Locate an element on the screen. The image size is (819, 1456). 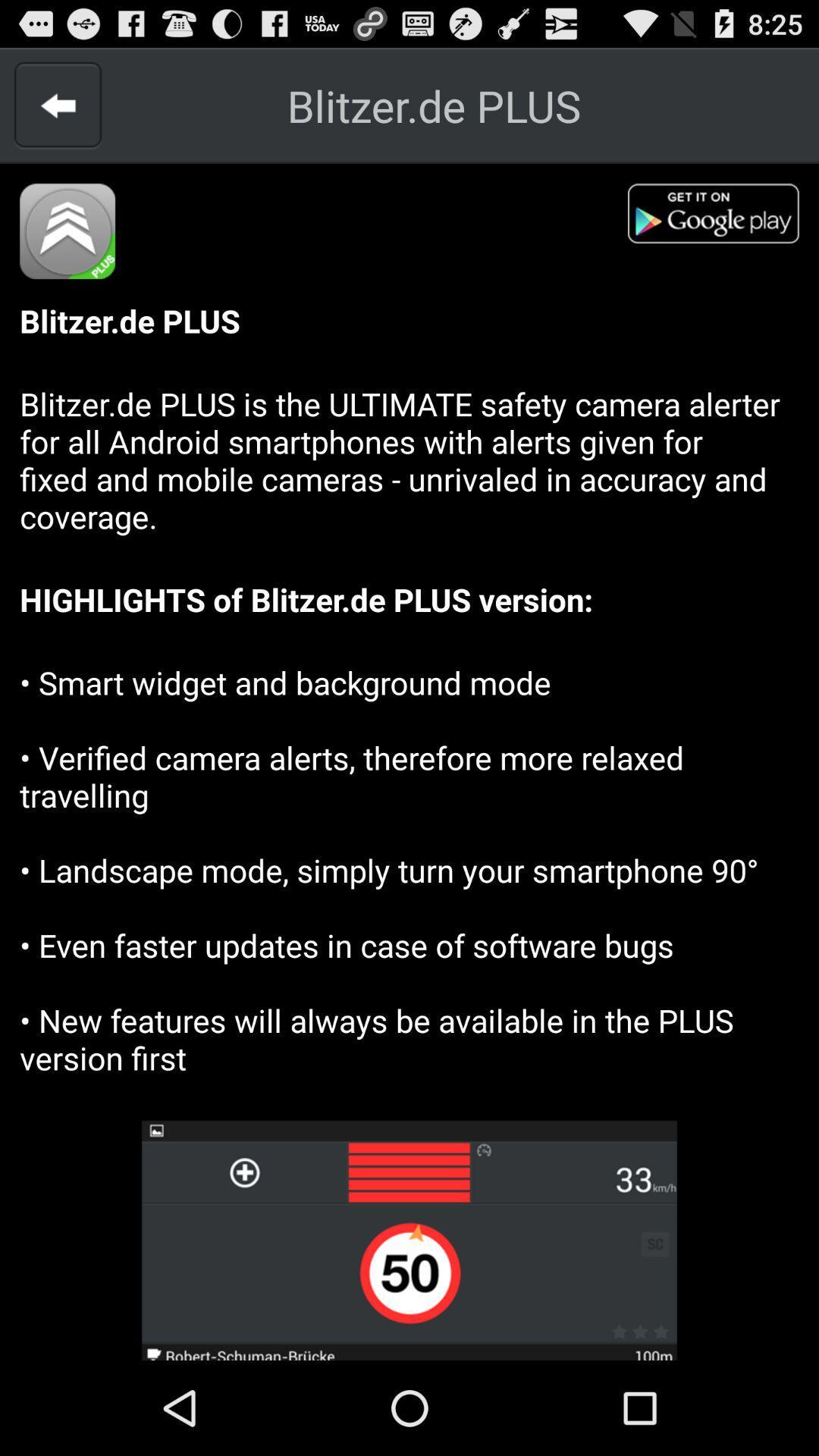
a back arrow to go back to the previous page is located at coordinates (57, 105).